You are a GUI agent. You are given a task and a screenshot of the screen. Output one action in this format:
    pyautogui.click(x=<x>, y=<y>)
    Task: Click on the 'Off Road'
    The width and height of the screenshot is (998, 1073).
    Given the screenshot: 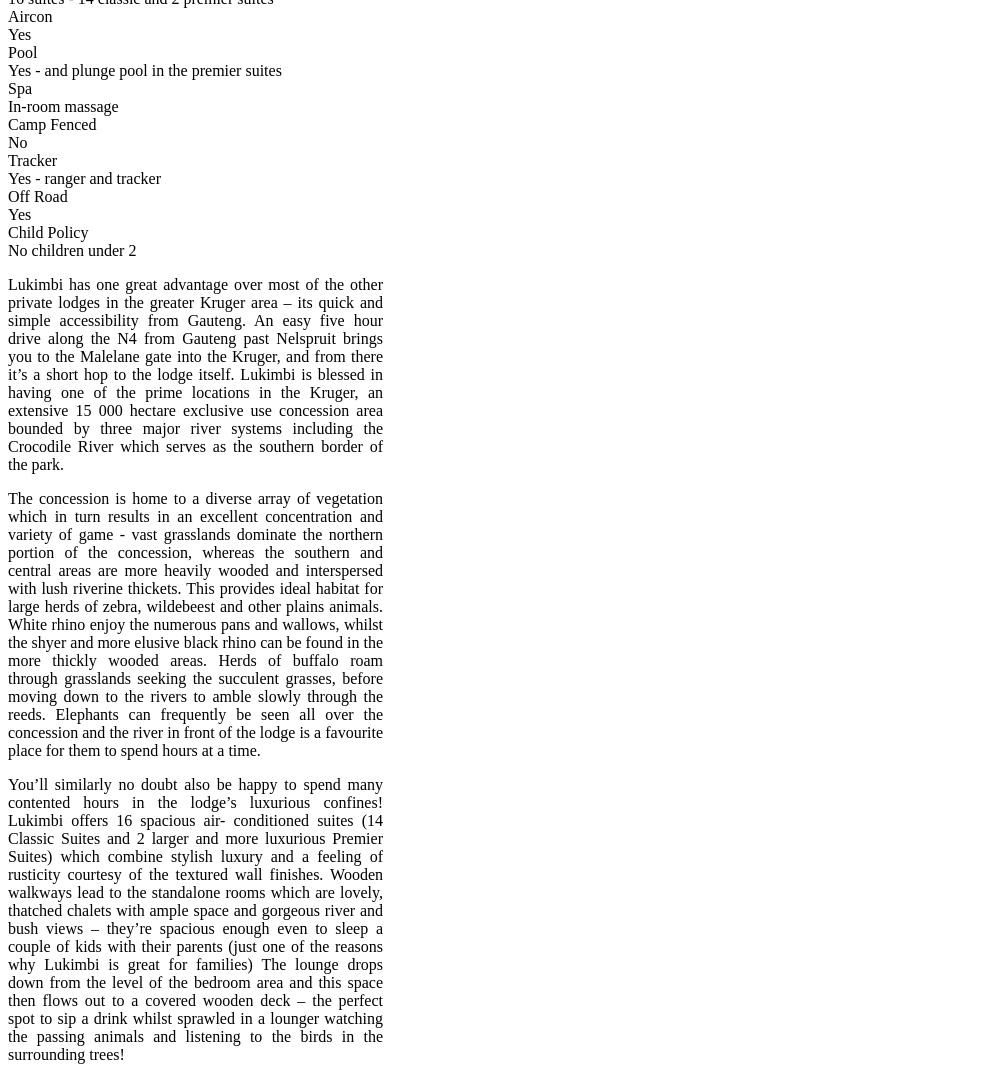 What is the action you would take?
    pyautogui.click(x=37, y=196)
    